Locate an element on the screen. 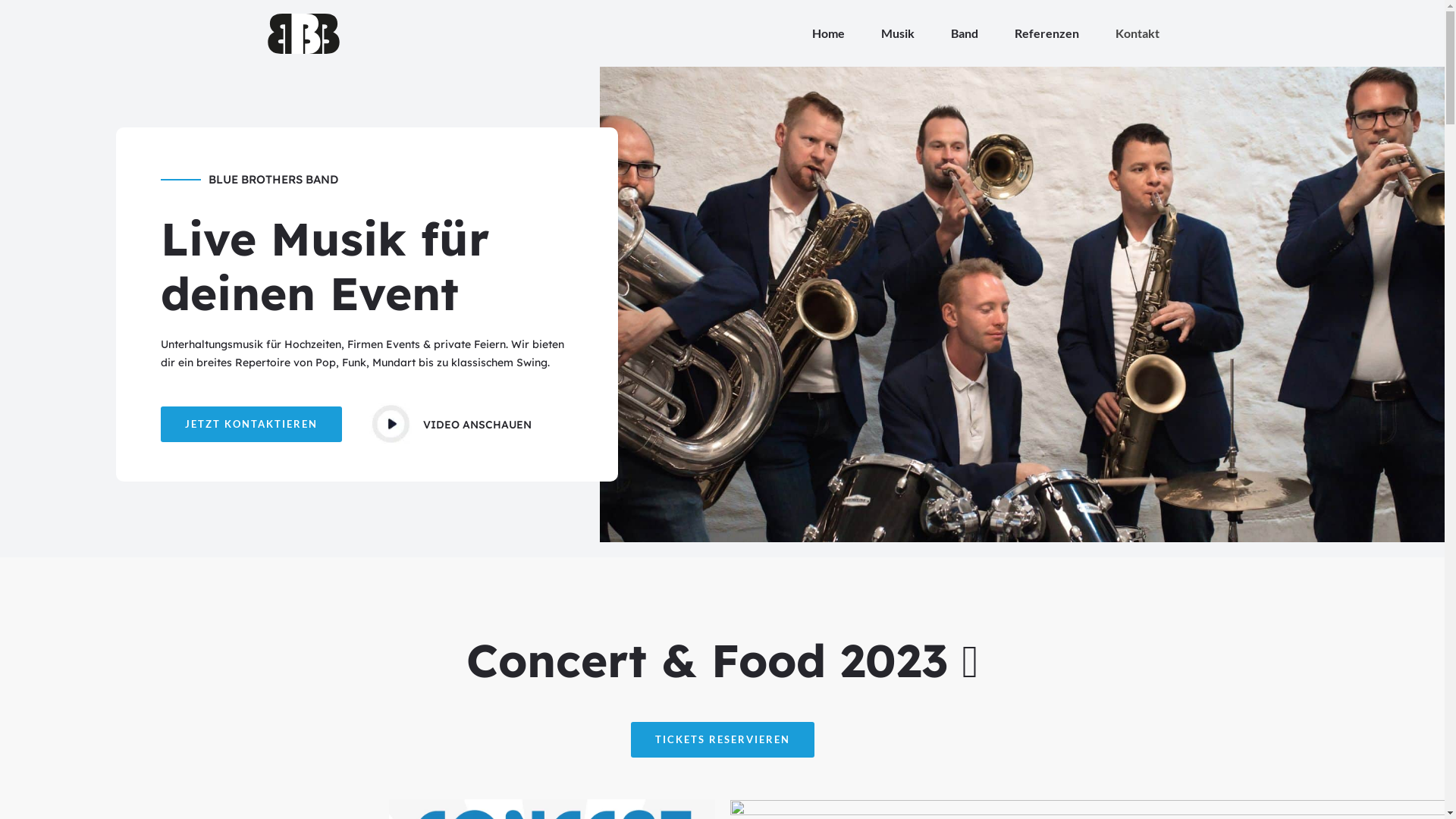  'TICKETS RESERVIEREN' is located at coordinates (722, 739).